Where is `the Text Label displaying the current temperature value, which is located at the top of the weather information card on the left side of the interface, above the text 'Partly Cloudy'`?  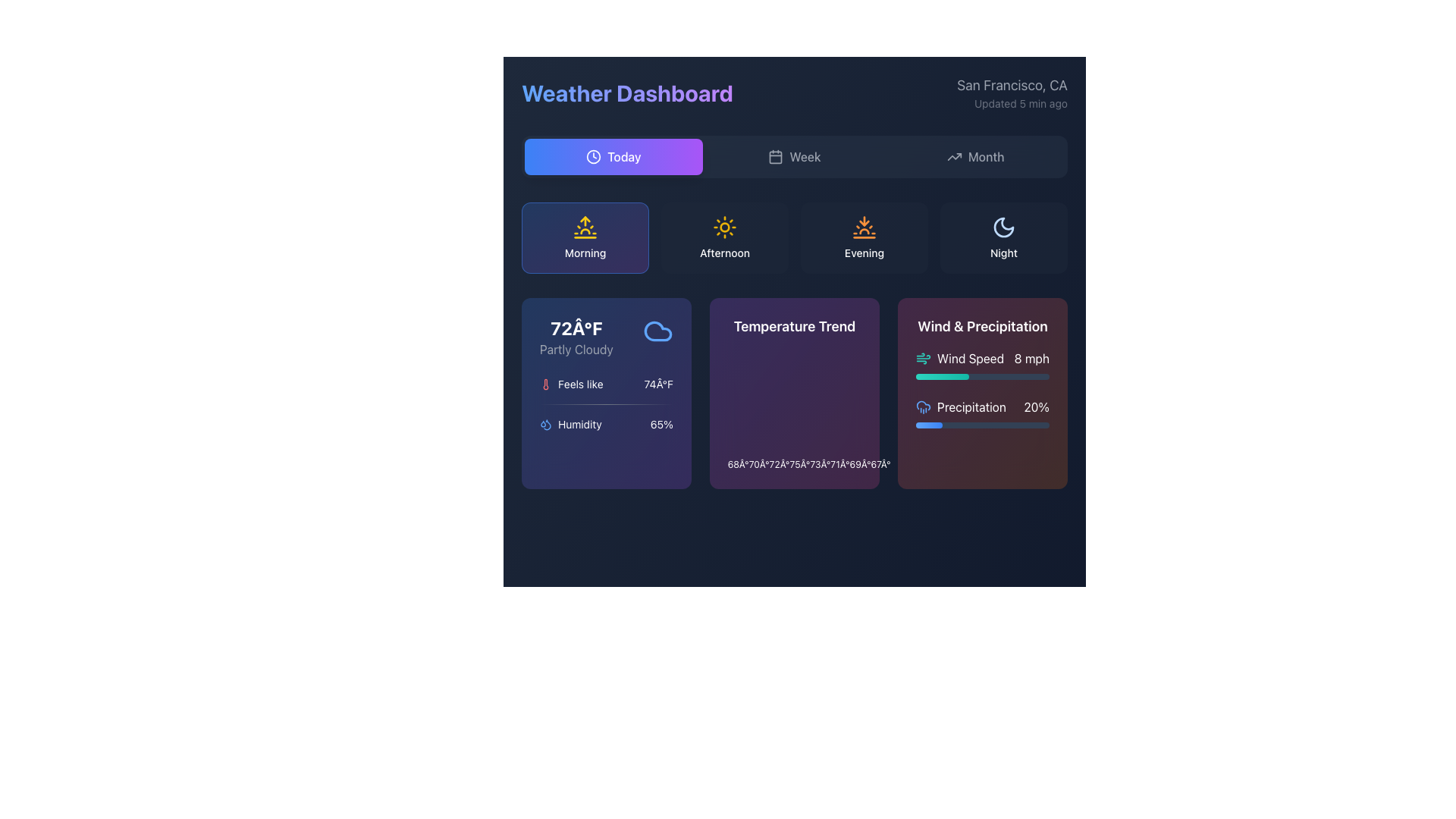 the Text Label displaying the current temperature value, which is located at the top of the weather information card on the left side of the interface, above the text 'Partly Cloudy' is located at coordinates (576, 327).